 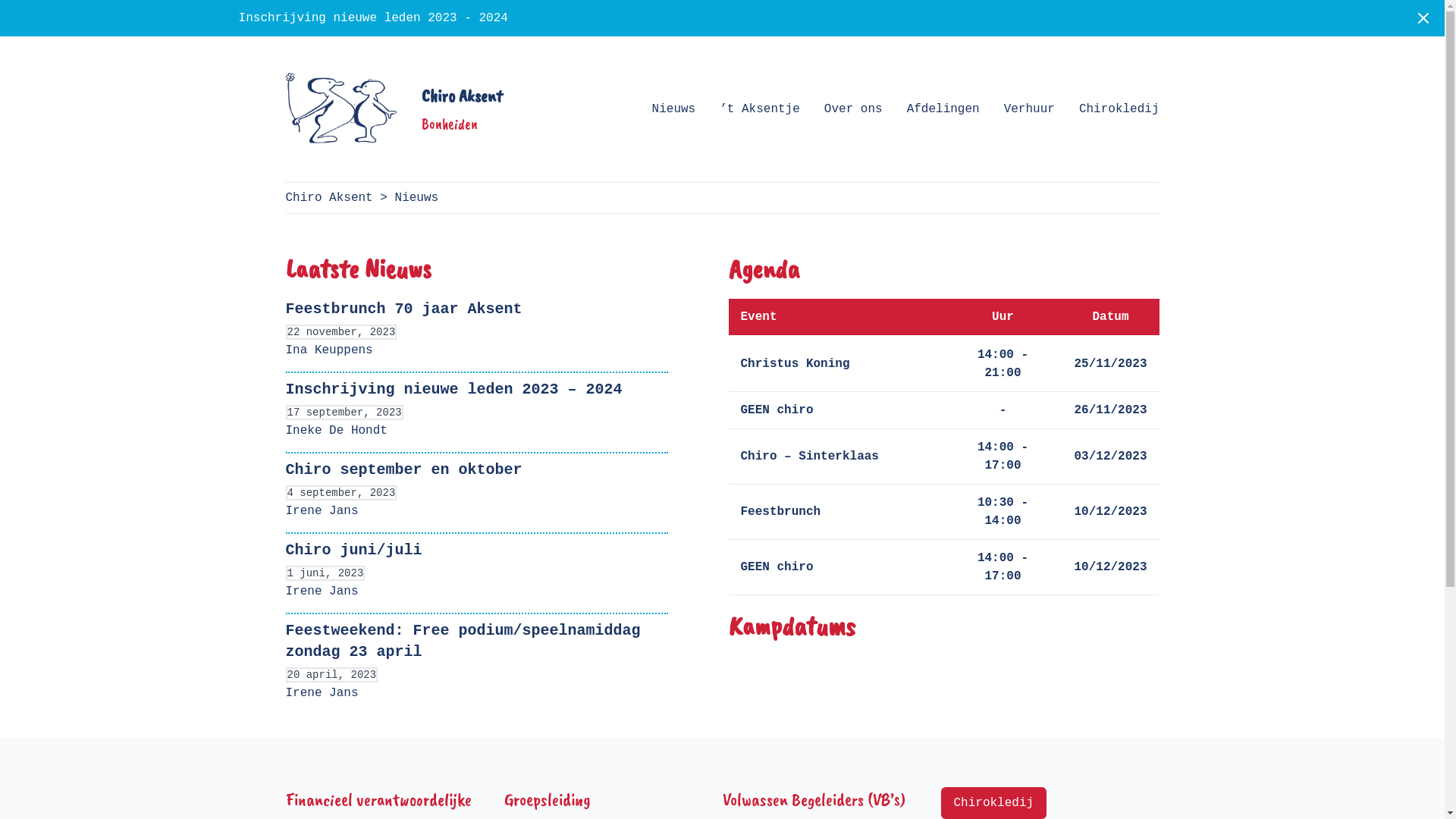 I want to click on 'Inschrijving nieuwe leden 2023 - 2024', so click(x=373, y=17).